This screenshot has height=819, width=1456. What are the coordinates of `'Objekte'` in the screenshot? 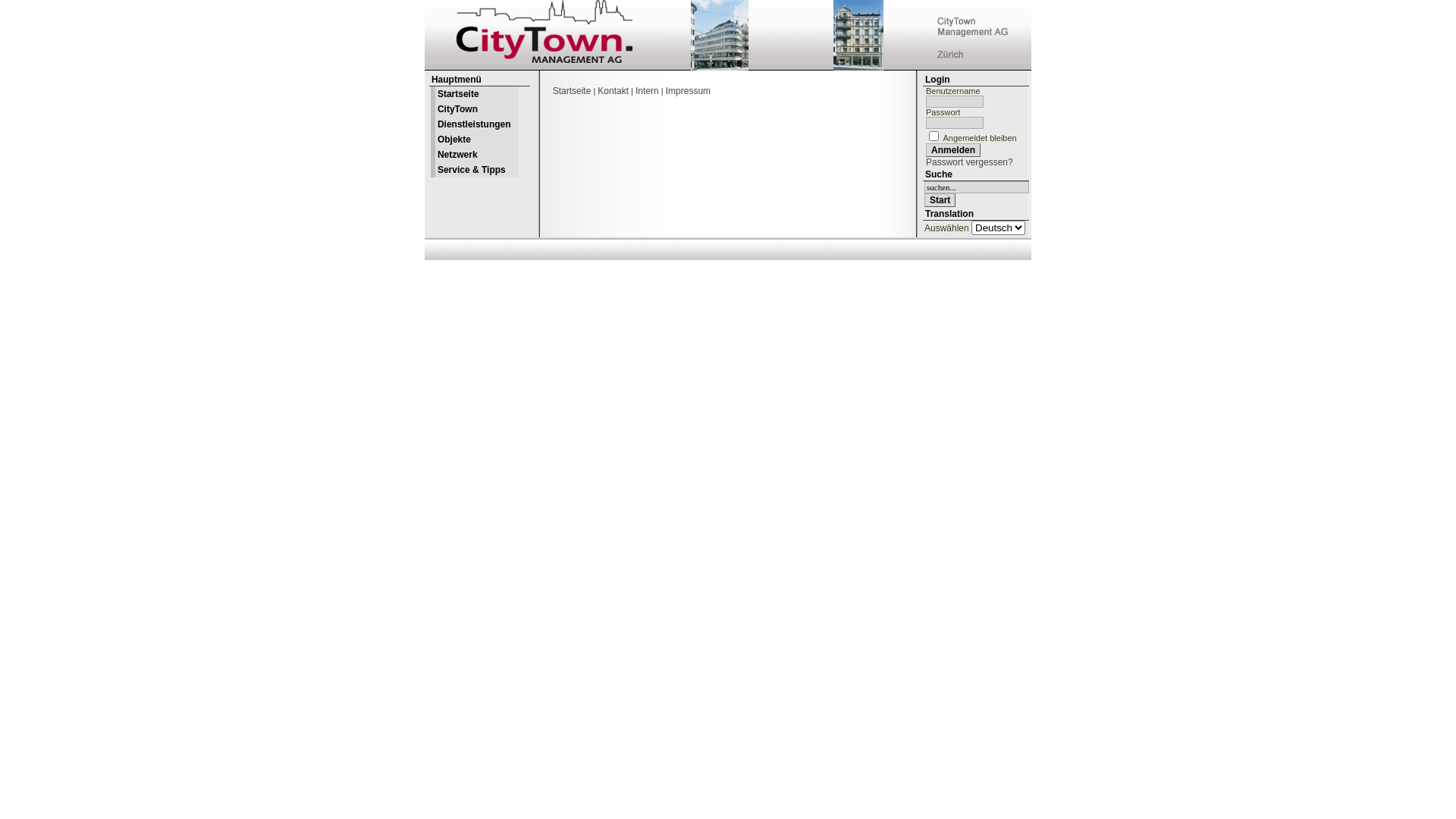 It's located at (473, 140).